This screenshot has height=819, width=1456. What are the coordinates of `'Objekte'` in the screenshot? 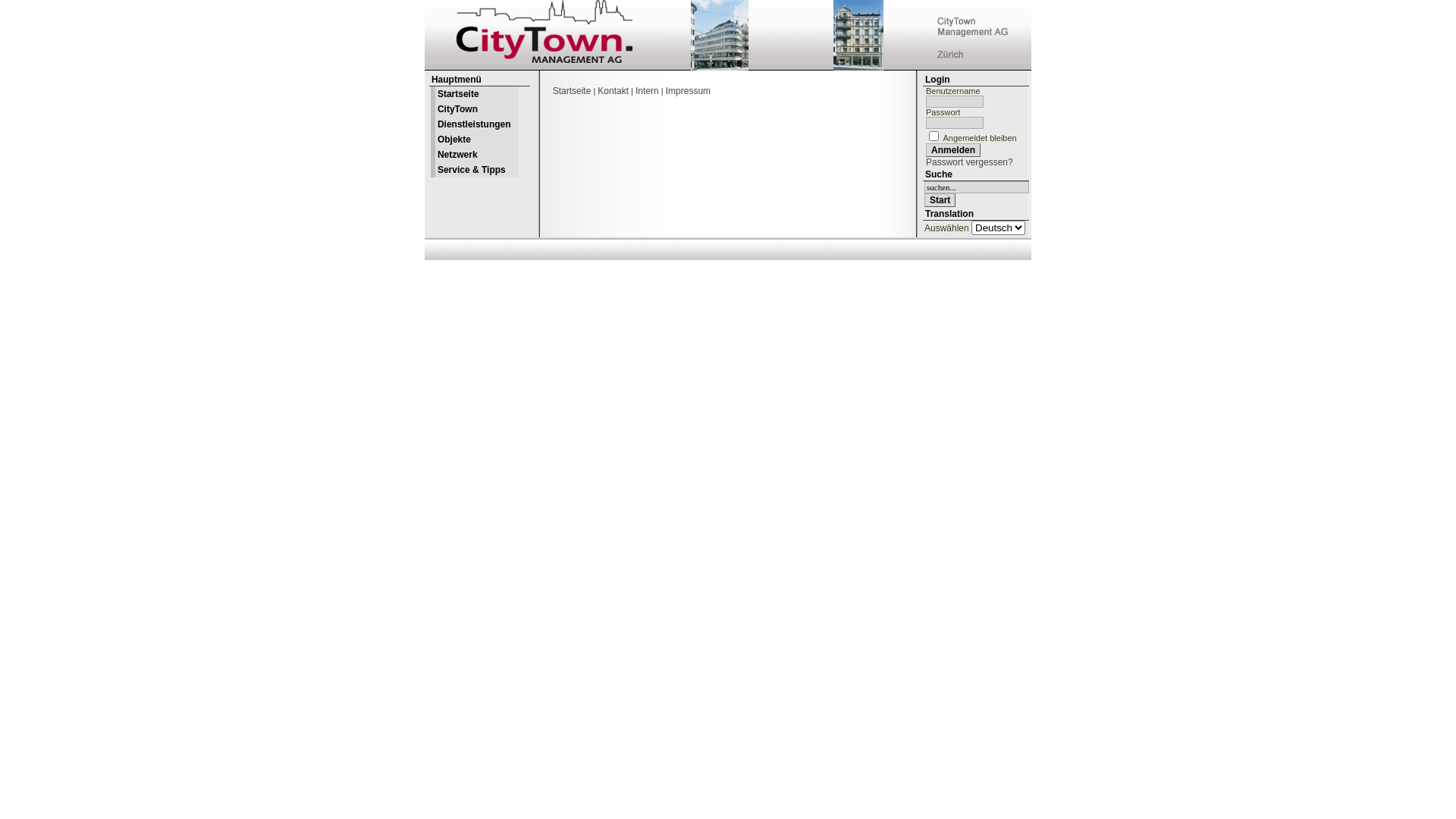 It's located at (473, 140).